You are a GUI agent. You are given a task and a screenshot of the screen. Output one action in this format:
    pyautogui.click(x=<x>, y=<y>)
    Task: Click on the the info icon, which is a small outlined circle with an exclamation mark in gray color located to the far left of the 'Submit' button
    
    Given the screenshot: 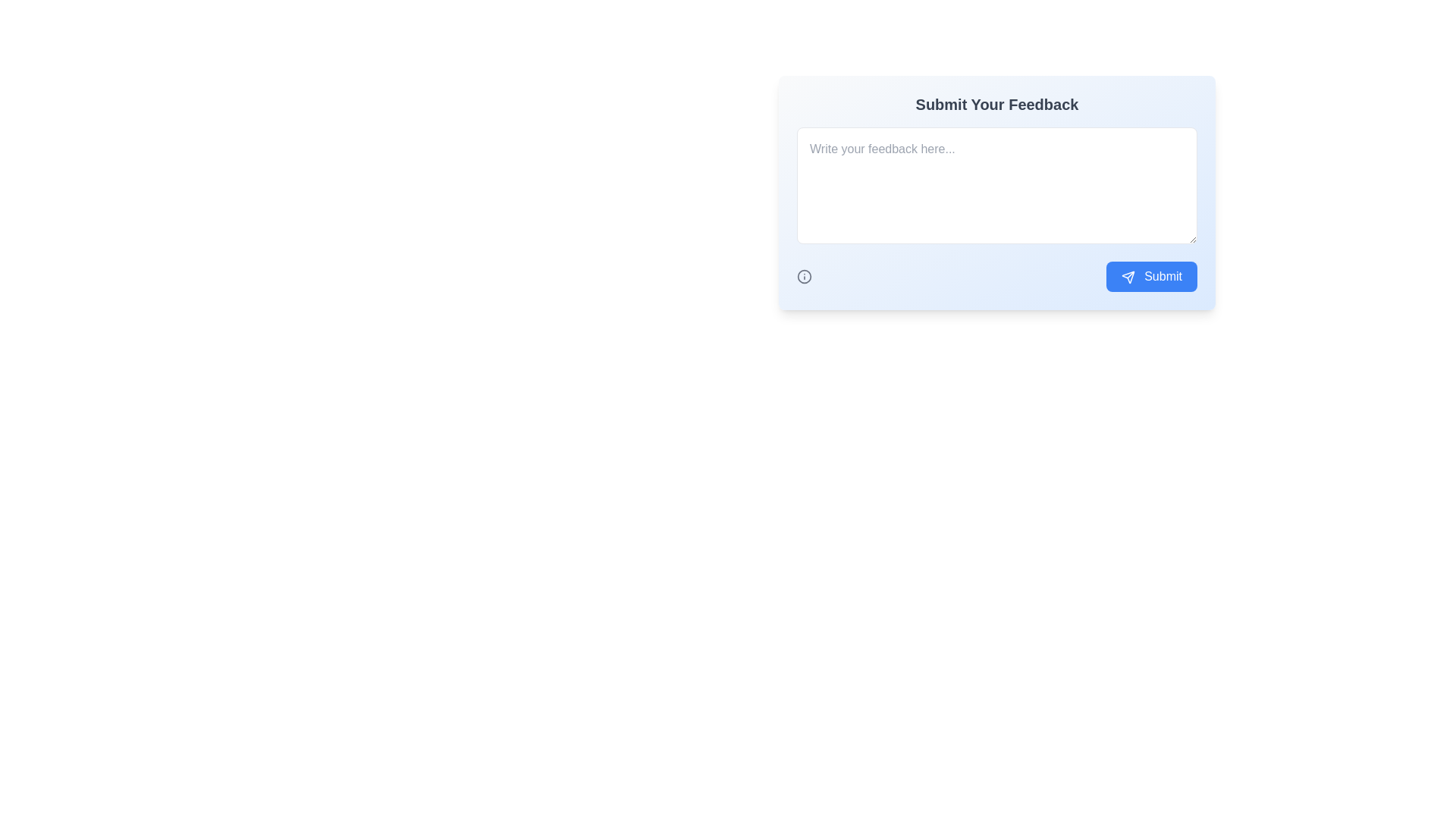 What is the action you would take?
    pyautogui.click(x=803, y=277)
    